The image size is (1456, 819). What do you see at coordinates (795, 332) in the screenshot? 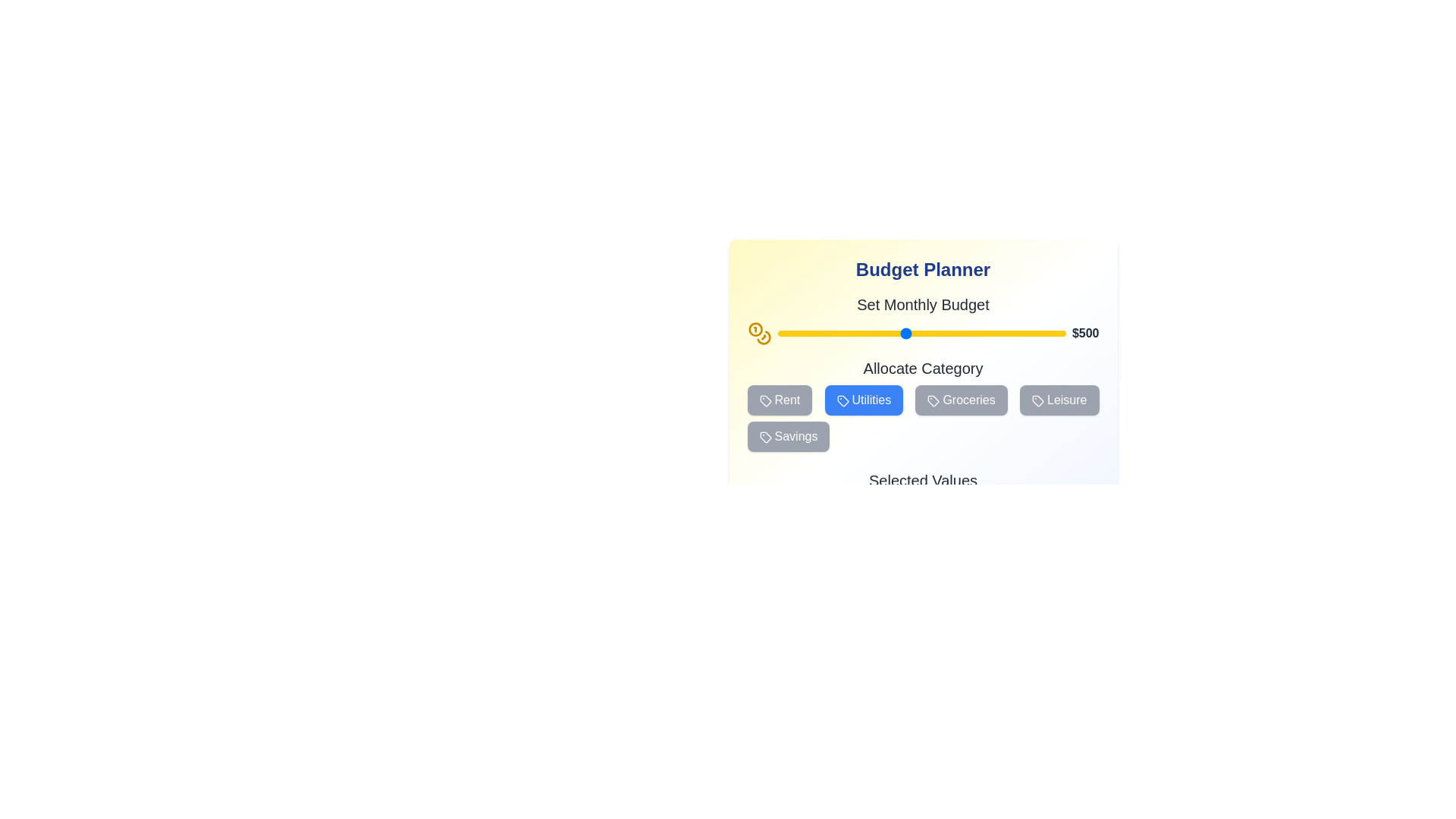
I see `the monthly budget` at bounding box center [795, 332].